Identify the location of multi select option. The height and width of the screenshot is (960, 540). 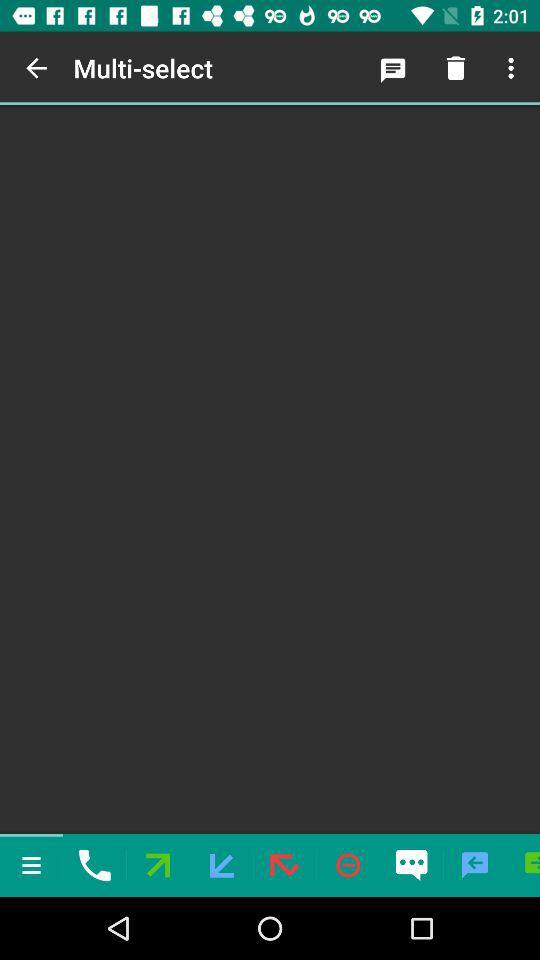
(270, 469).